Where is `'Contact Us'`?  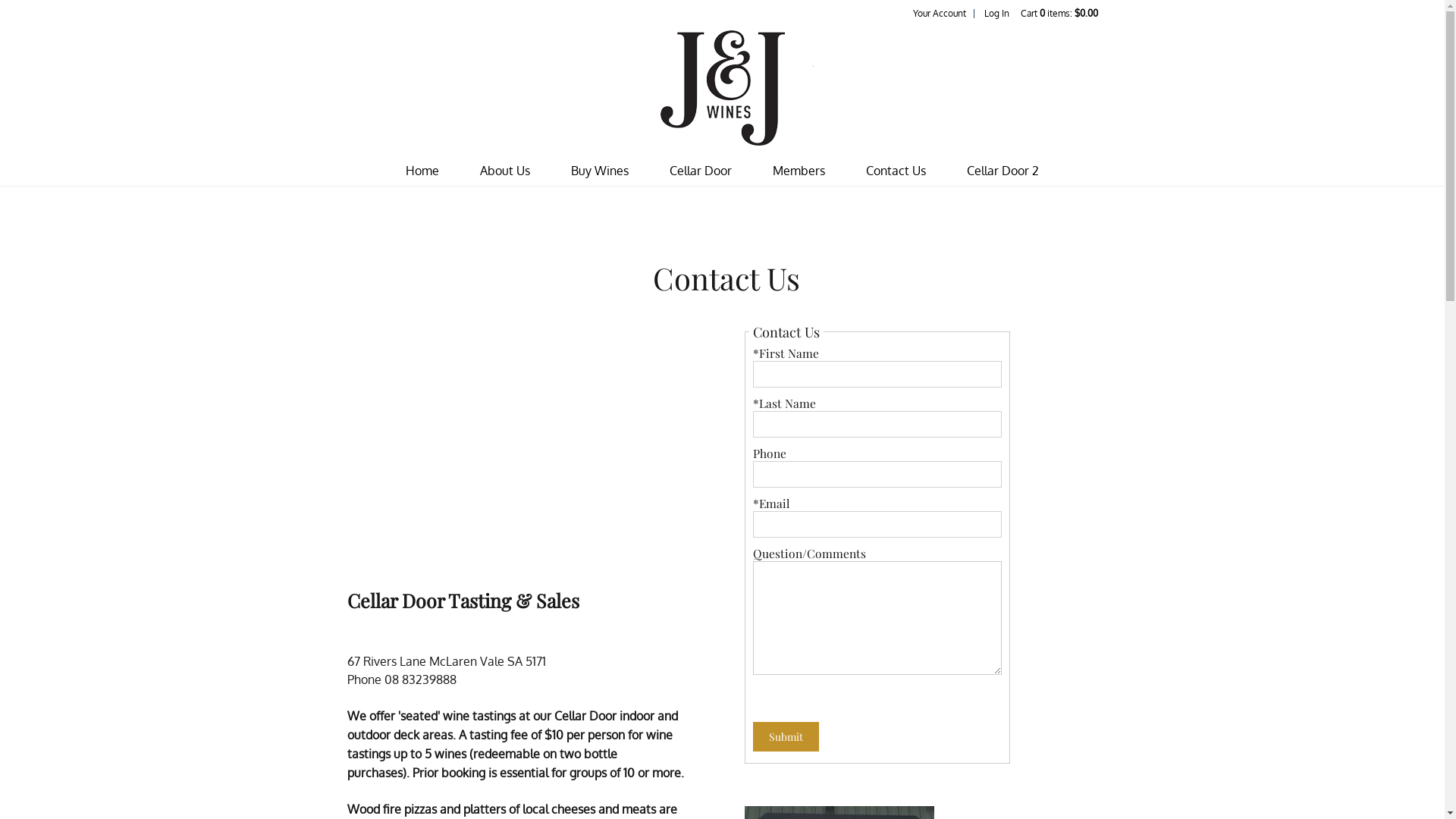
'Contact Us' is located at coordinates (896, 171).